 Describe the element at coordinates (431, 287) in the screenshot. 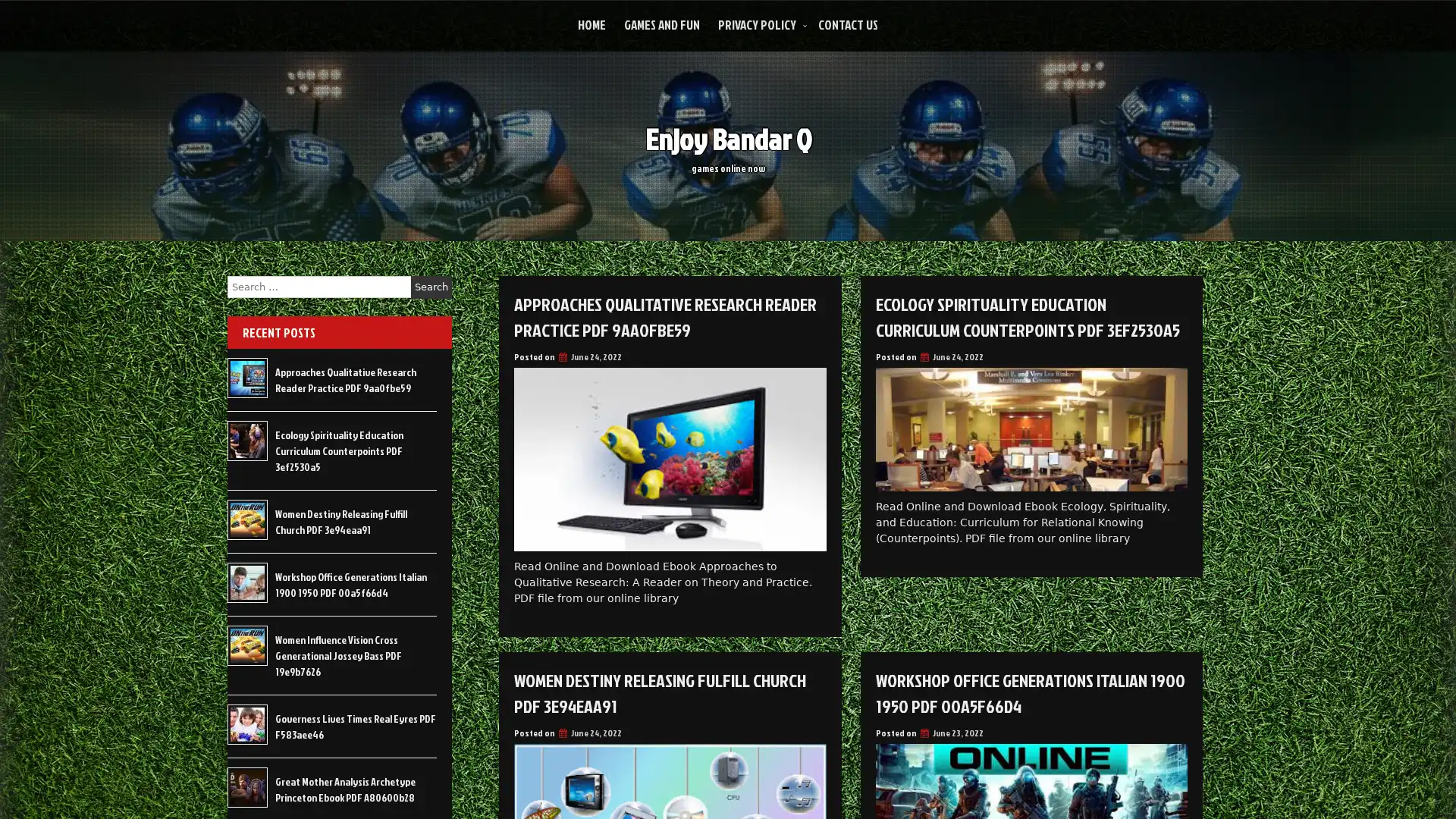

I see `Search` at that location.